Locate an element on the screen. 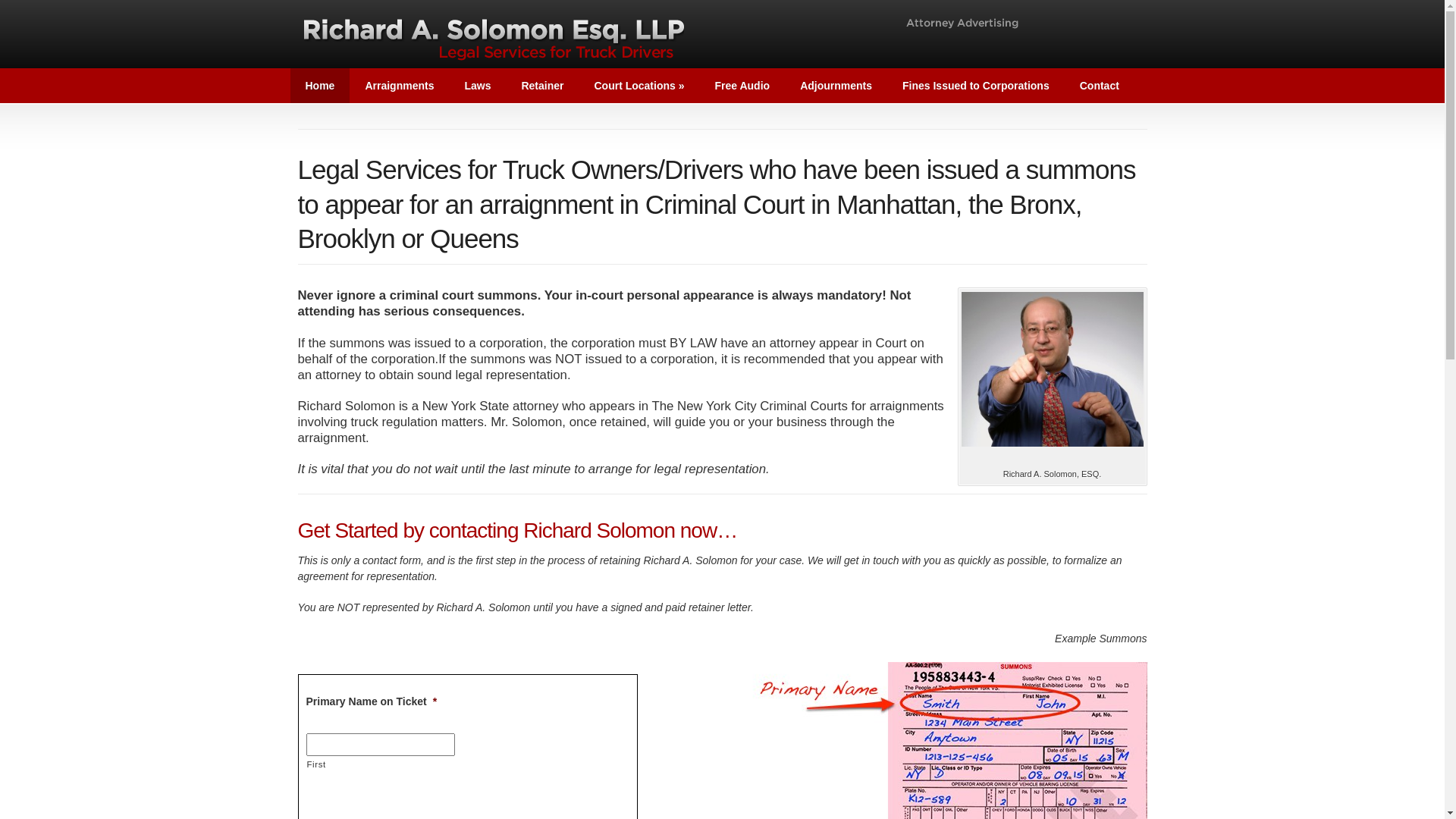  'Submit' is located at coordinates (27, 5).